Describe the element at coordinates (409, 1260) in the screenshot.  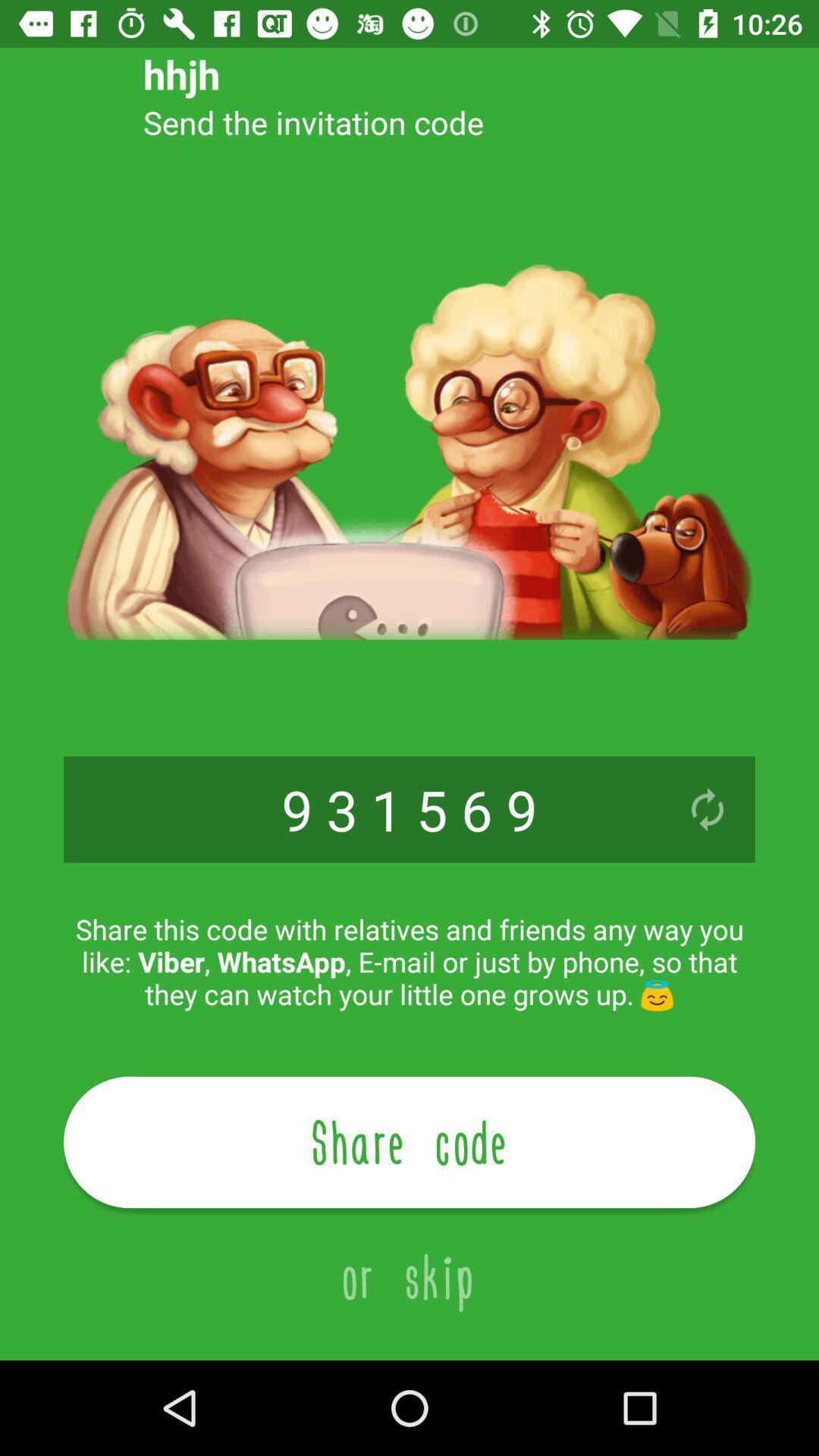
I see `the or skip item` at that location.